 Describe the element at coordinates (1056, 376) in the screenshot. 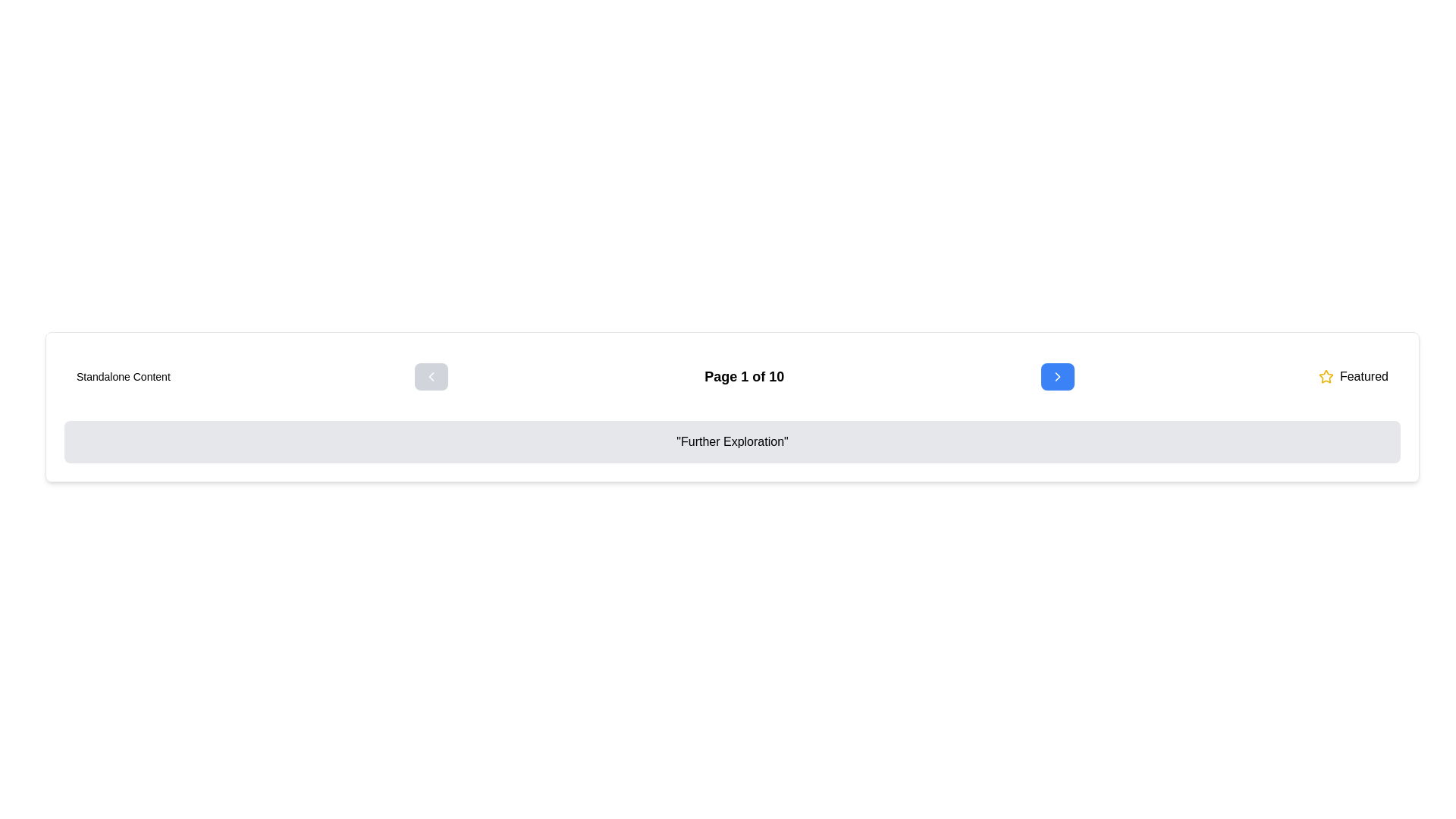

I see `the blue 'Next' button with a right-facing chevron icon` at that location.